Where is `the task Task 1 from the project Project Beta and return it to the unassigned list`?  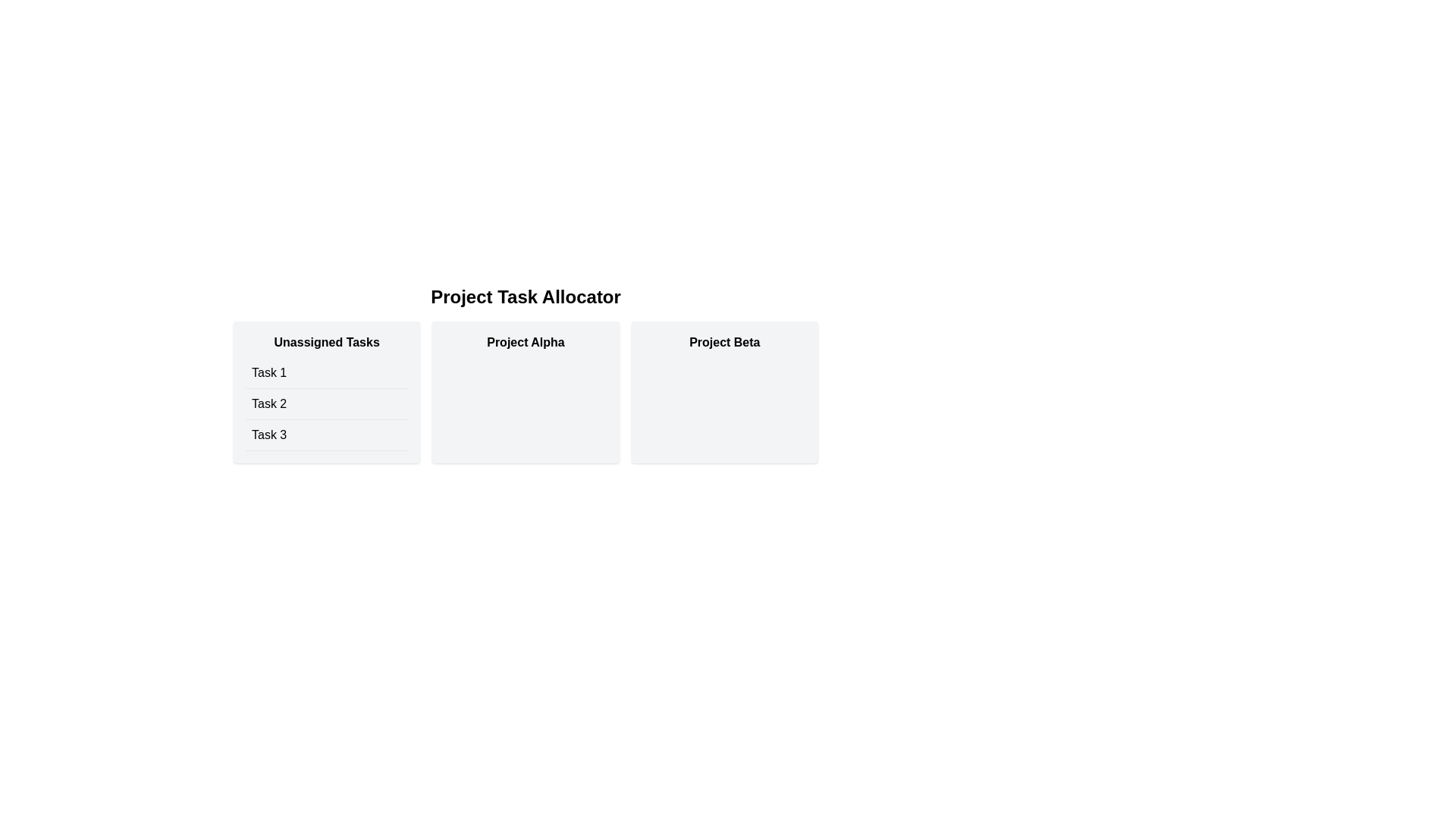
the task Task 1 from the project Project Beta and return it to the unassigned list is located at coordinates (723, 391).